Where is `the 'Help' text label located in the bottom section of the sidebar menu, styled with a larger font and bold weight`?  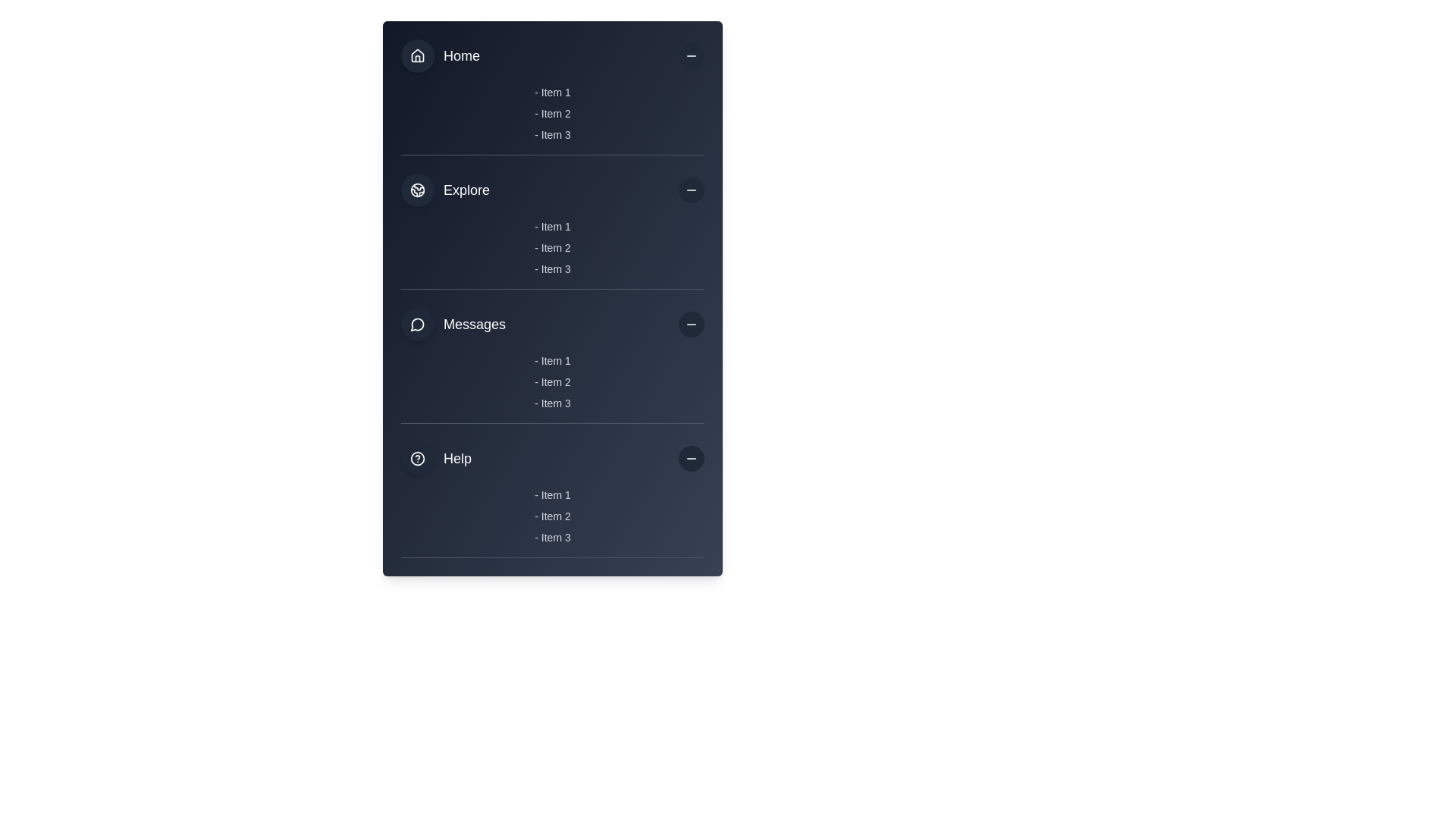 the 'Help' text label located in the bottom section of the sidebar menu, styled with a larger font and bold weight is located at coordinates (457, 458).